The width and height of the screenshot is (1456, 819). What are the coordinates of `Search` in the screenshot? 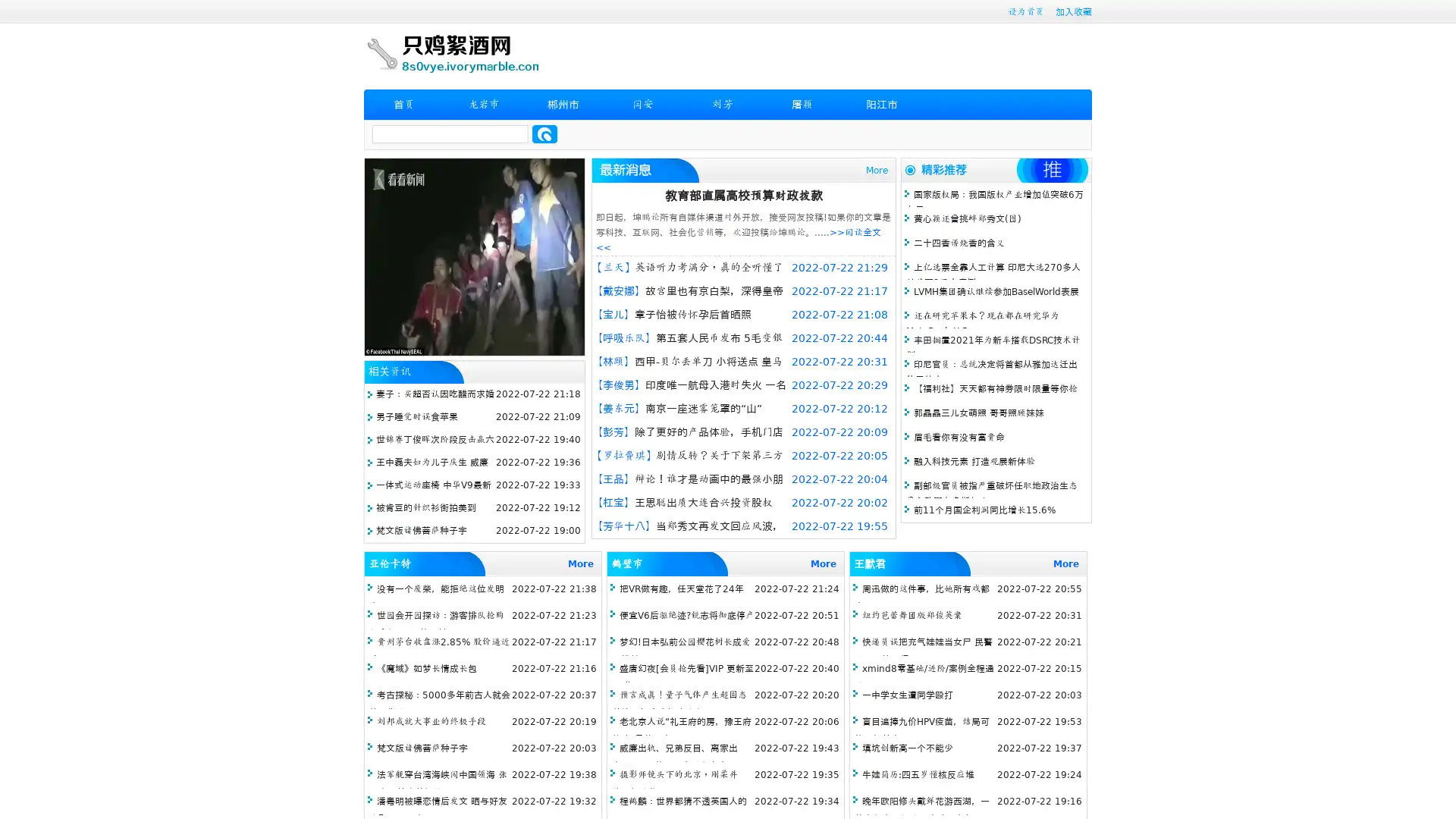 It's located at (544, 133).